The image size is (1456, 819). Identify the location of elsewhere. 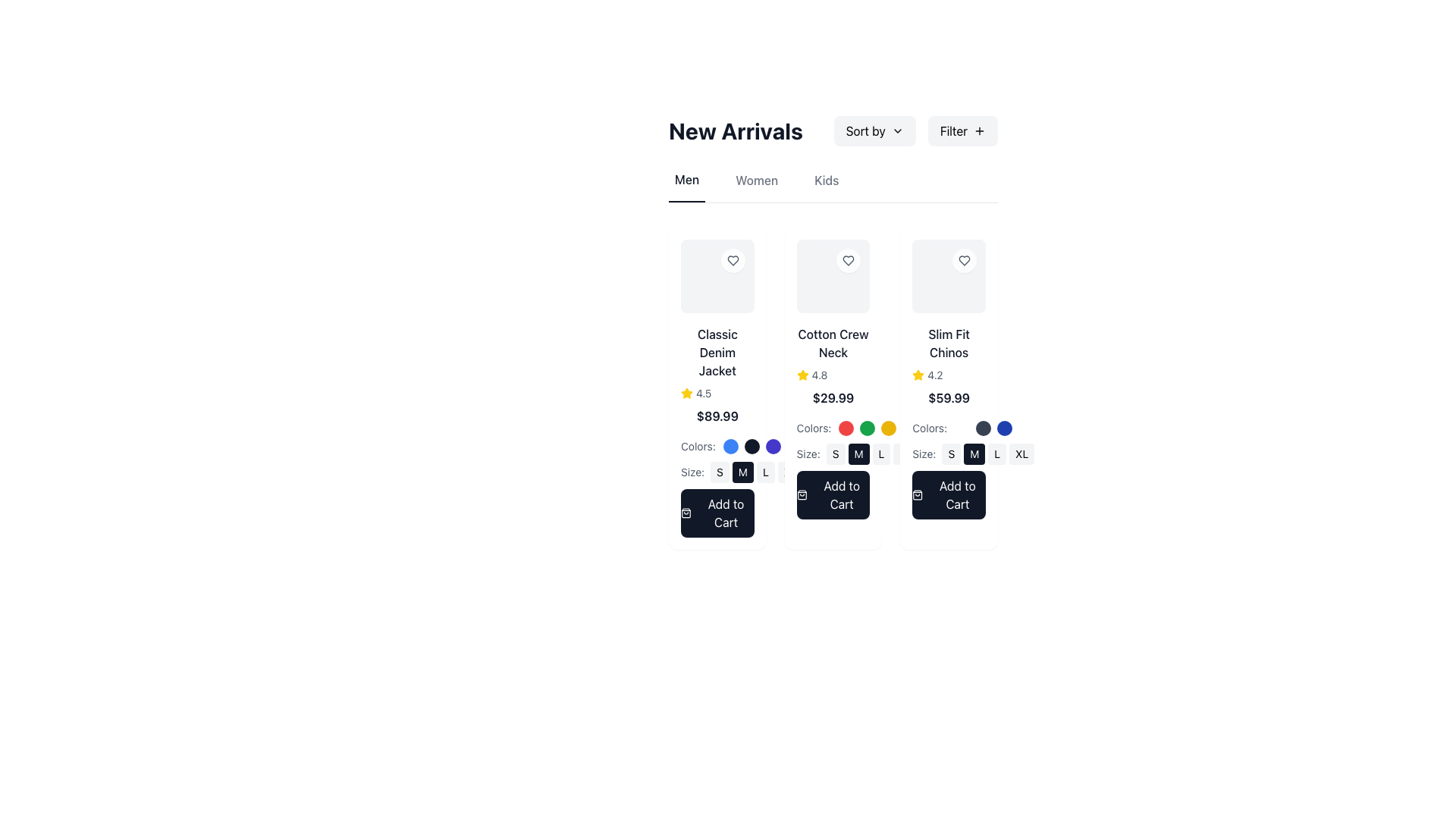
(717, 392).